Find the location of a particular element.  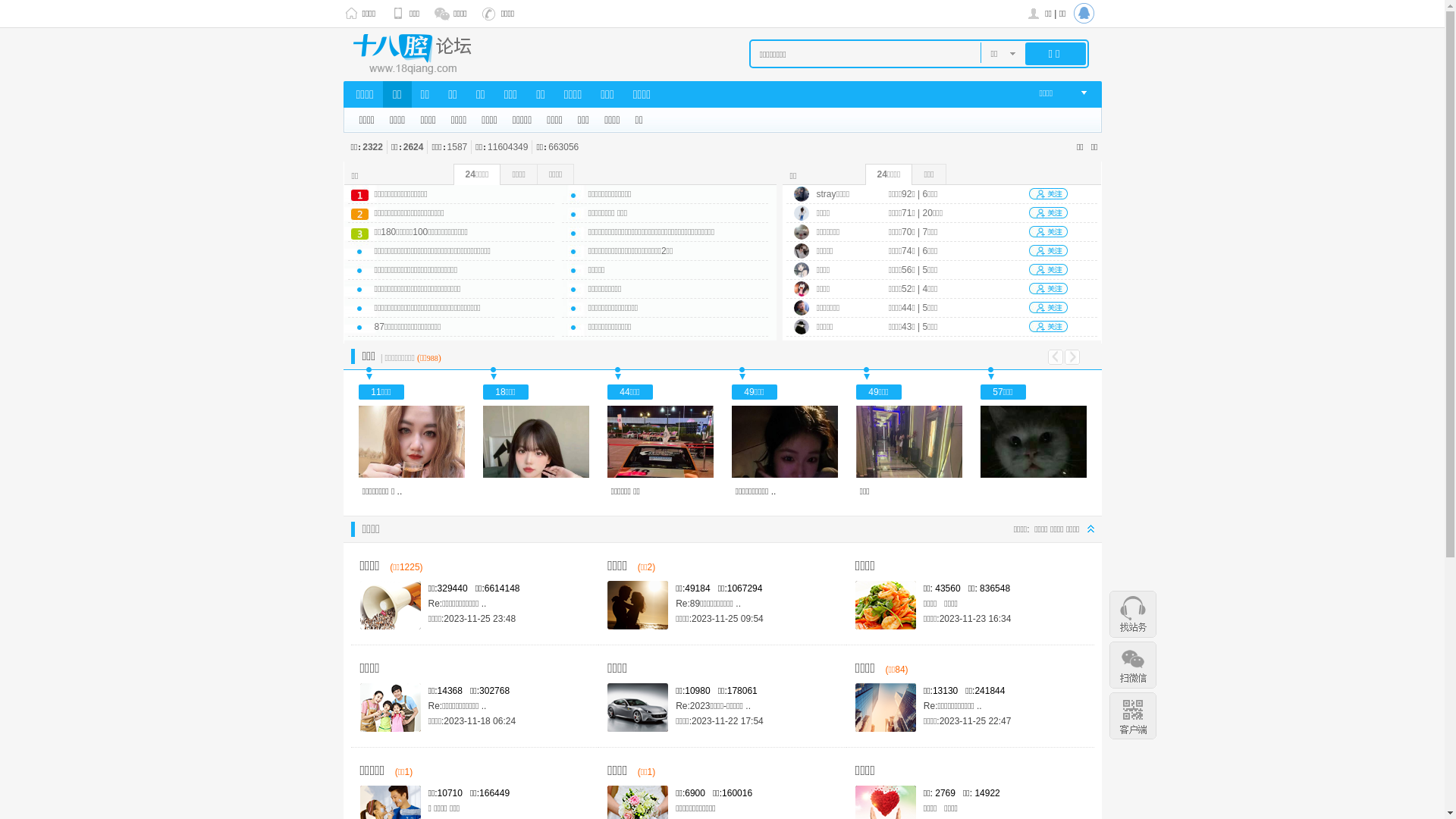

'2322' is located at coordinates (372, 146).